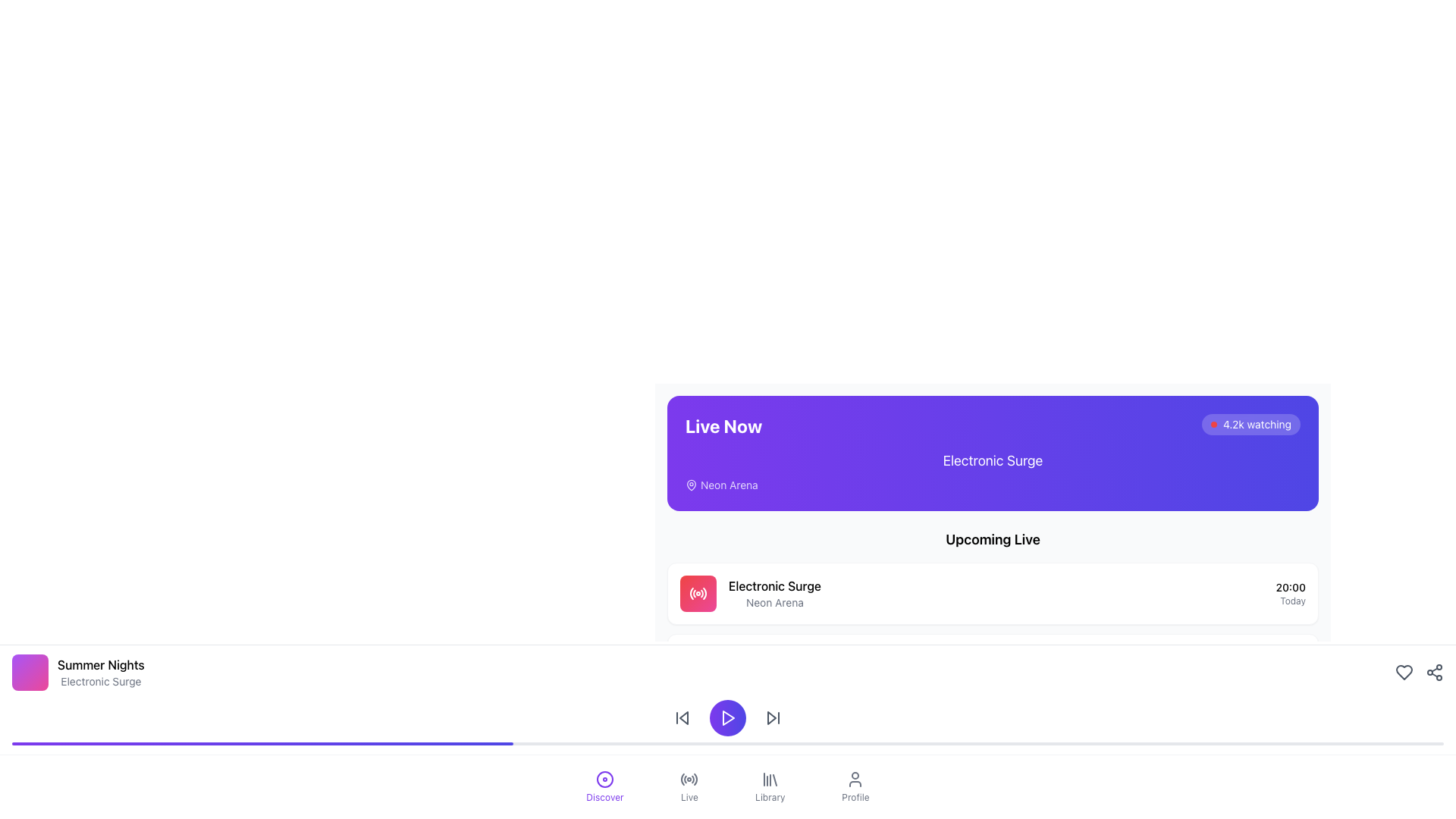  I want to click on the triangular-shaped button icon located in the control bar section, immediately to the left of the play button, so click(683, 717).